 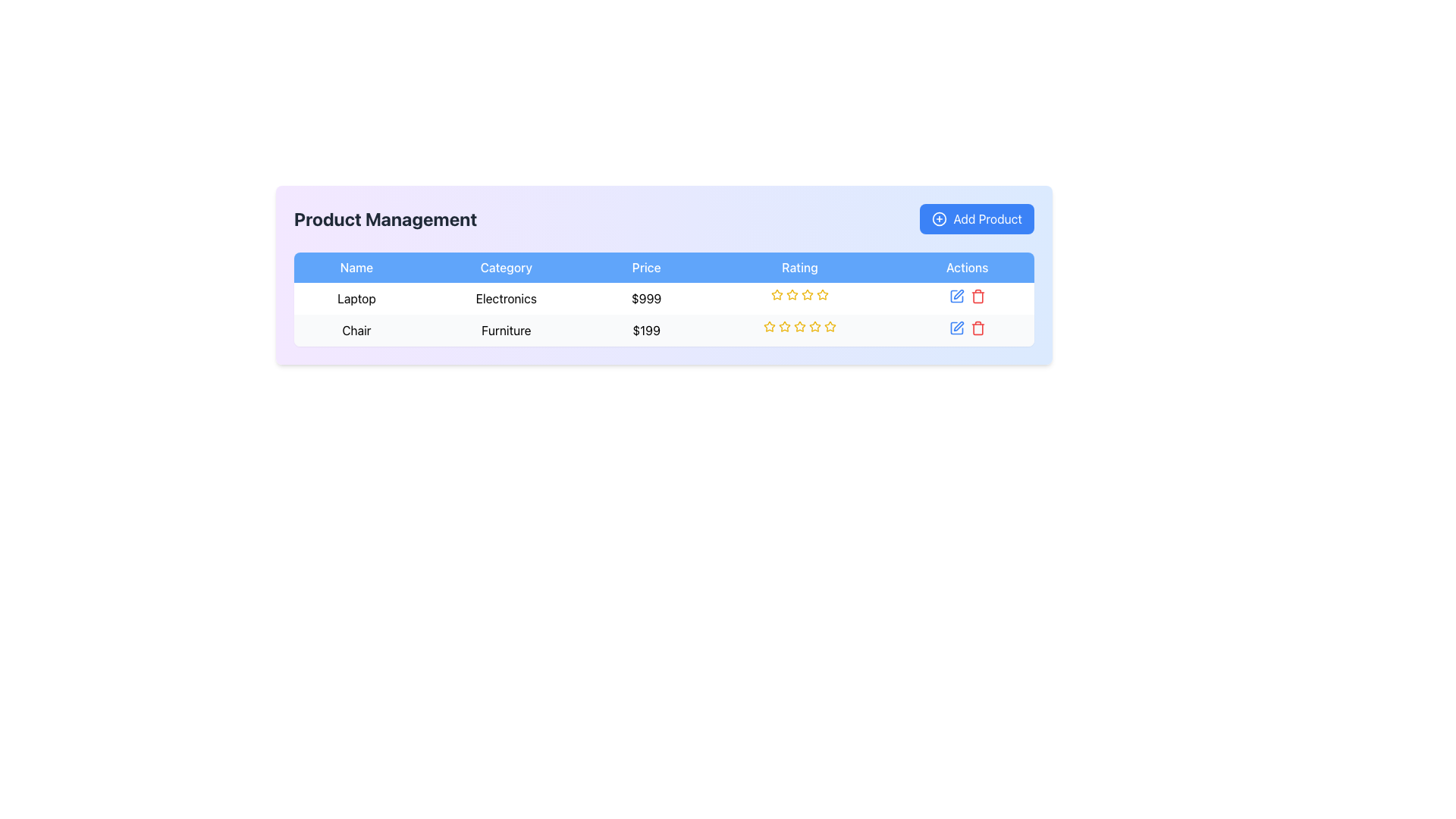 I want to click on the delete icon button located in the last column of the first row under the 'Actions' header, so click(x=977, y=296).